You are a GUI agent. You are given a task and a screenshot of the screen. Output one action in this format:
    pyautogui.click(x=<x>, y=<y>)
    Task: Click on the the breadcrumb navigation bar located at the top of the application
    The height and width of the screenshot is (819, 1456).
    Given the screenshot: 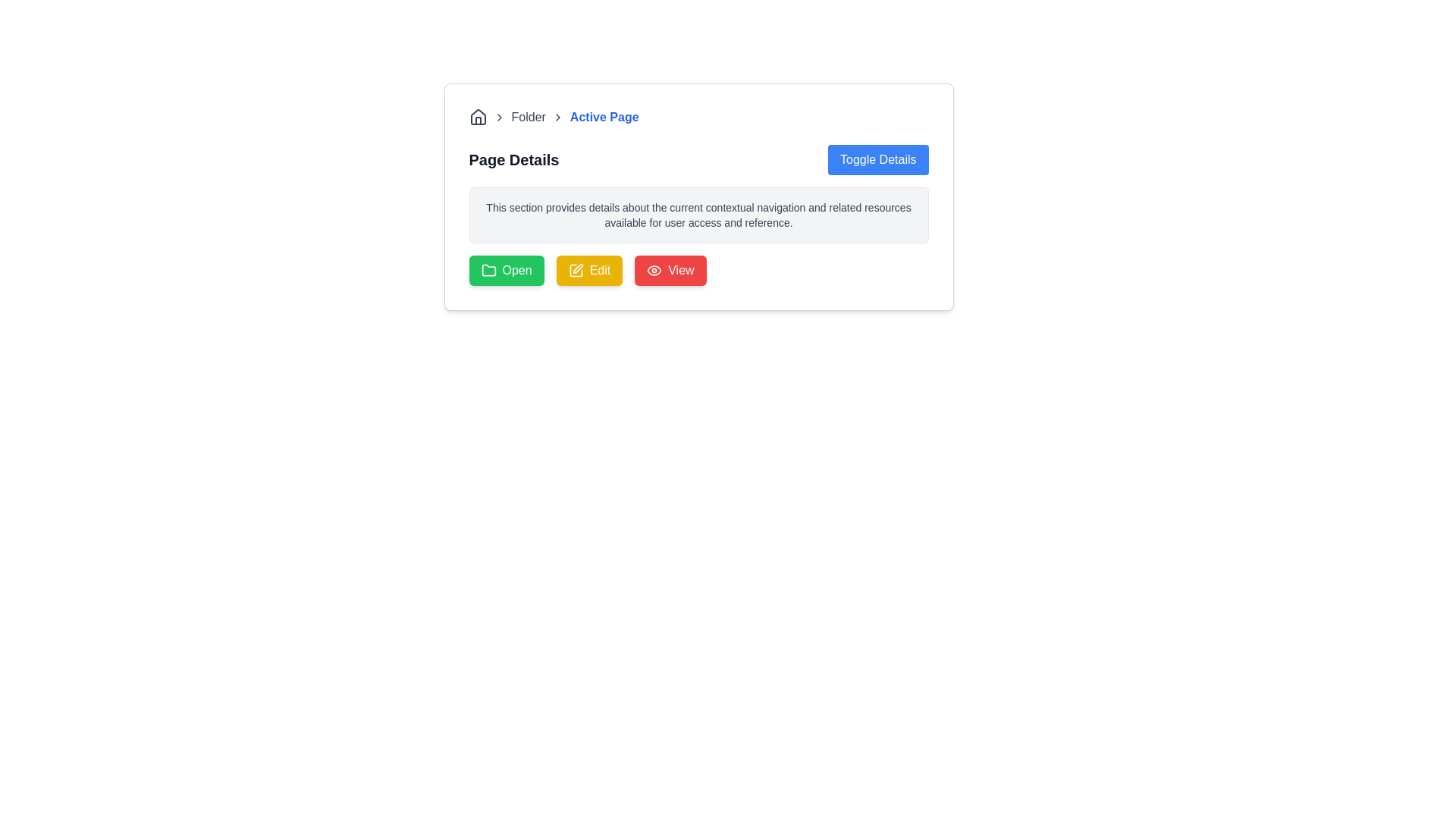 What is the action you would take?
    pyautogui.click(x=698, y=116)
    